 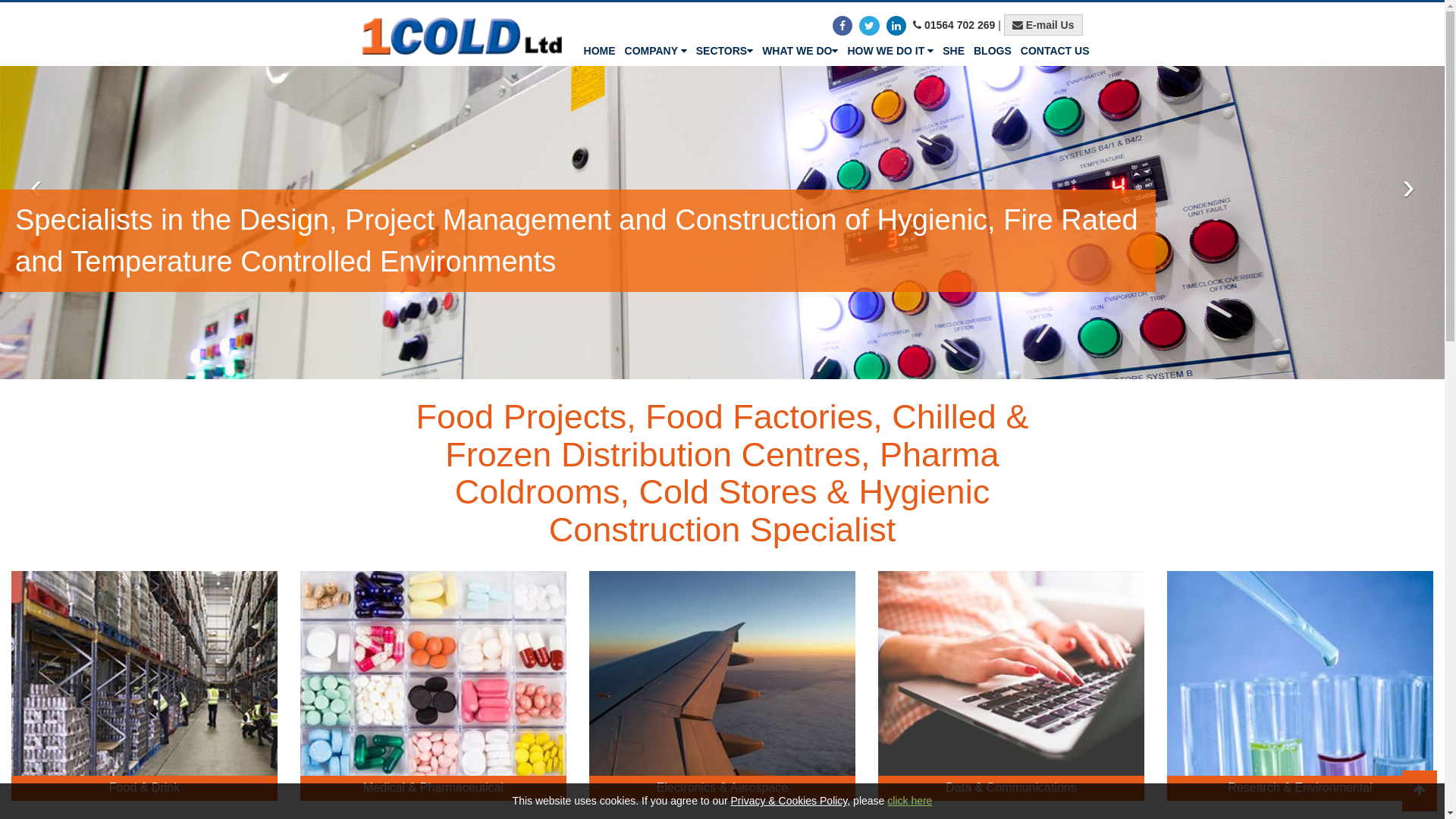 I want to click on 'click here', so click(x=909, y=800).